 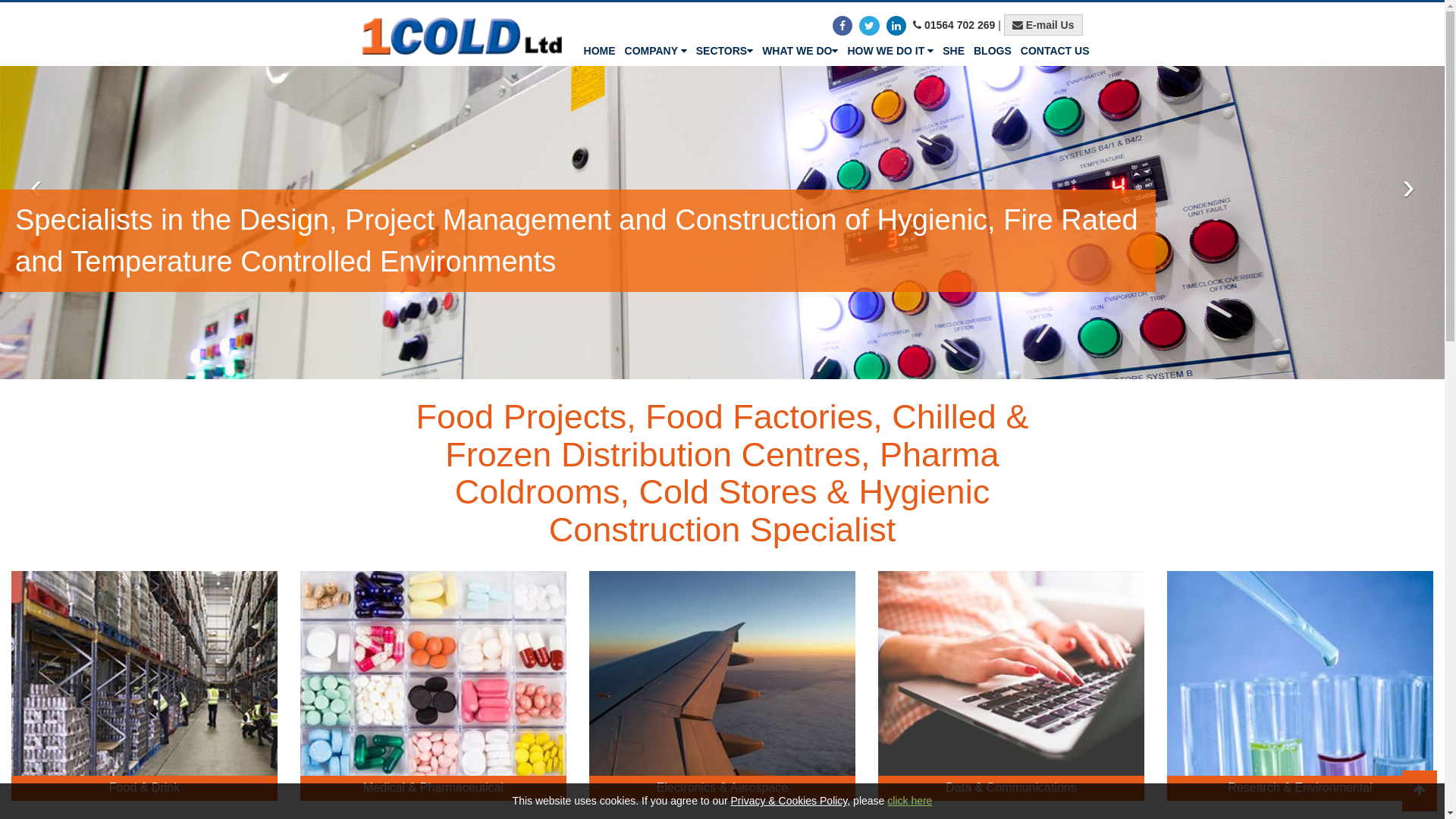 I want to click on 'click here', so click(x=909, y=800).